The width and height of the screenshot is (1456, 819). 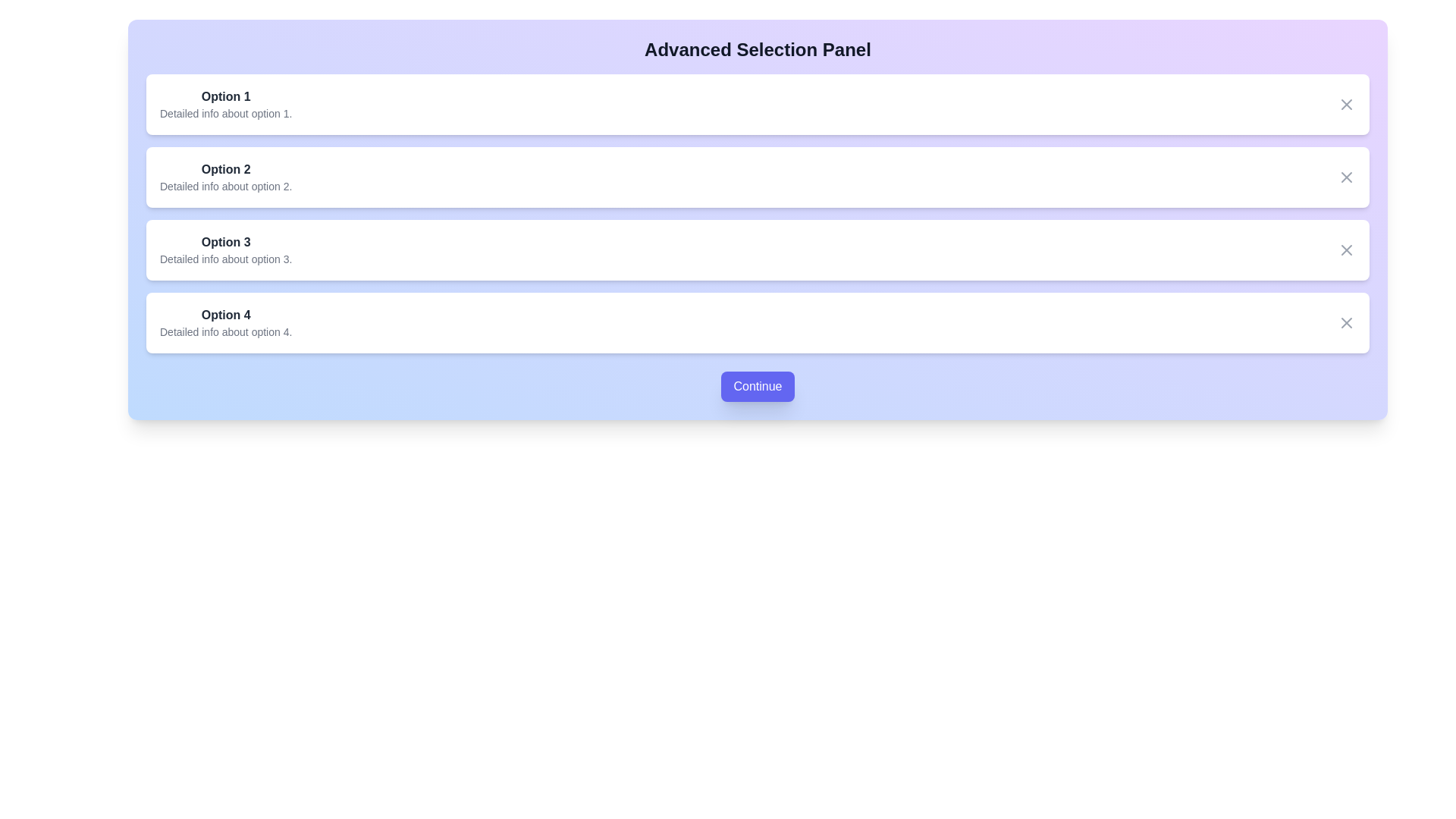 What do you see at coordinates (1347, 177) in the screenshot?
I see `the small circular button with an 'X' icon, located at the far right edge of the 'Option 2' card` at bounding box center [1347, 177].